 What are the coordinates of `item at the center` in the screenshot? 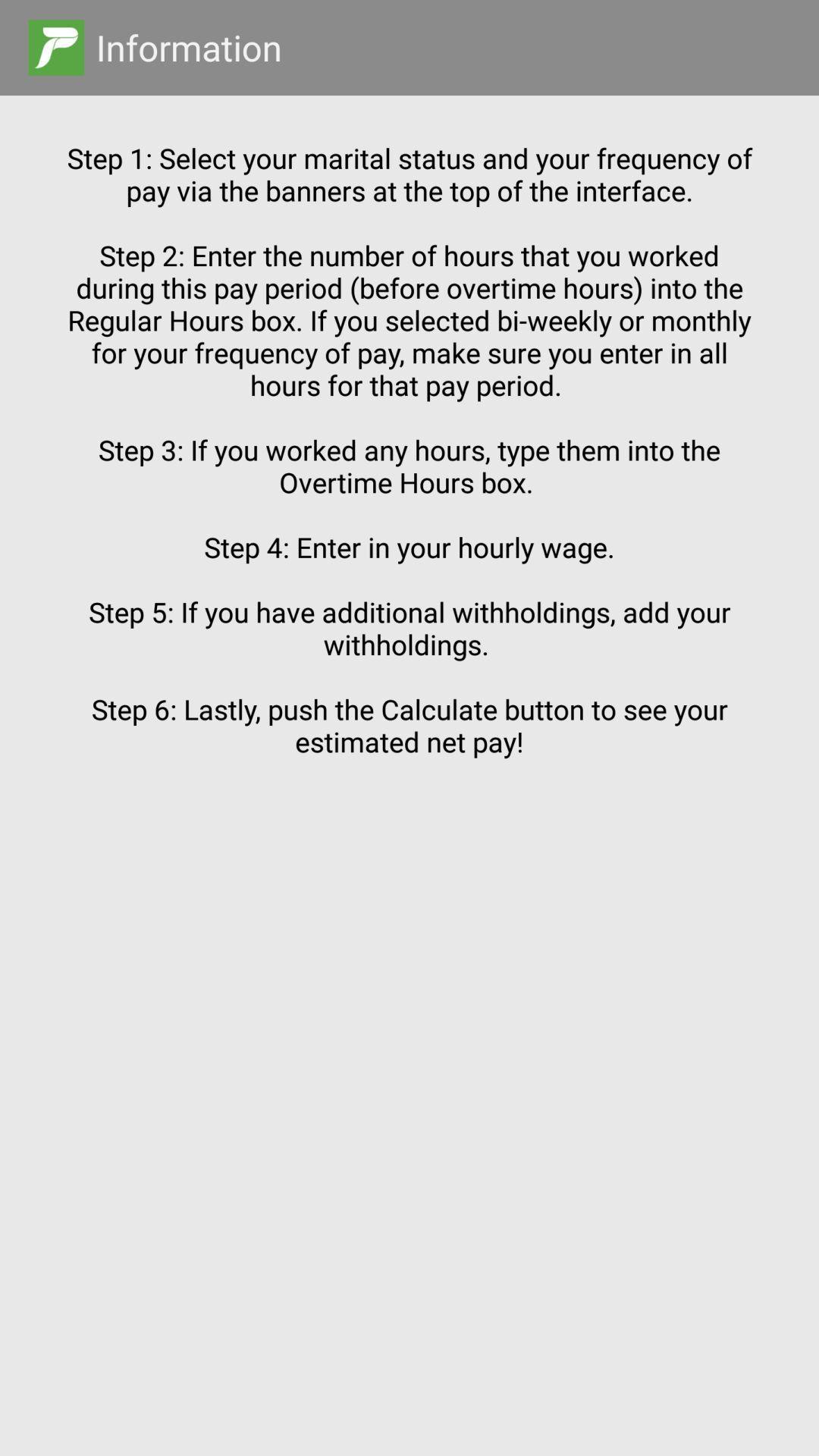 It's located at (409, 748).